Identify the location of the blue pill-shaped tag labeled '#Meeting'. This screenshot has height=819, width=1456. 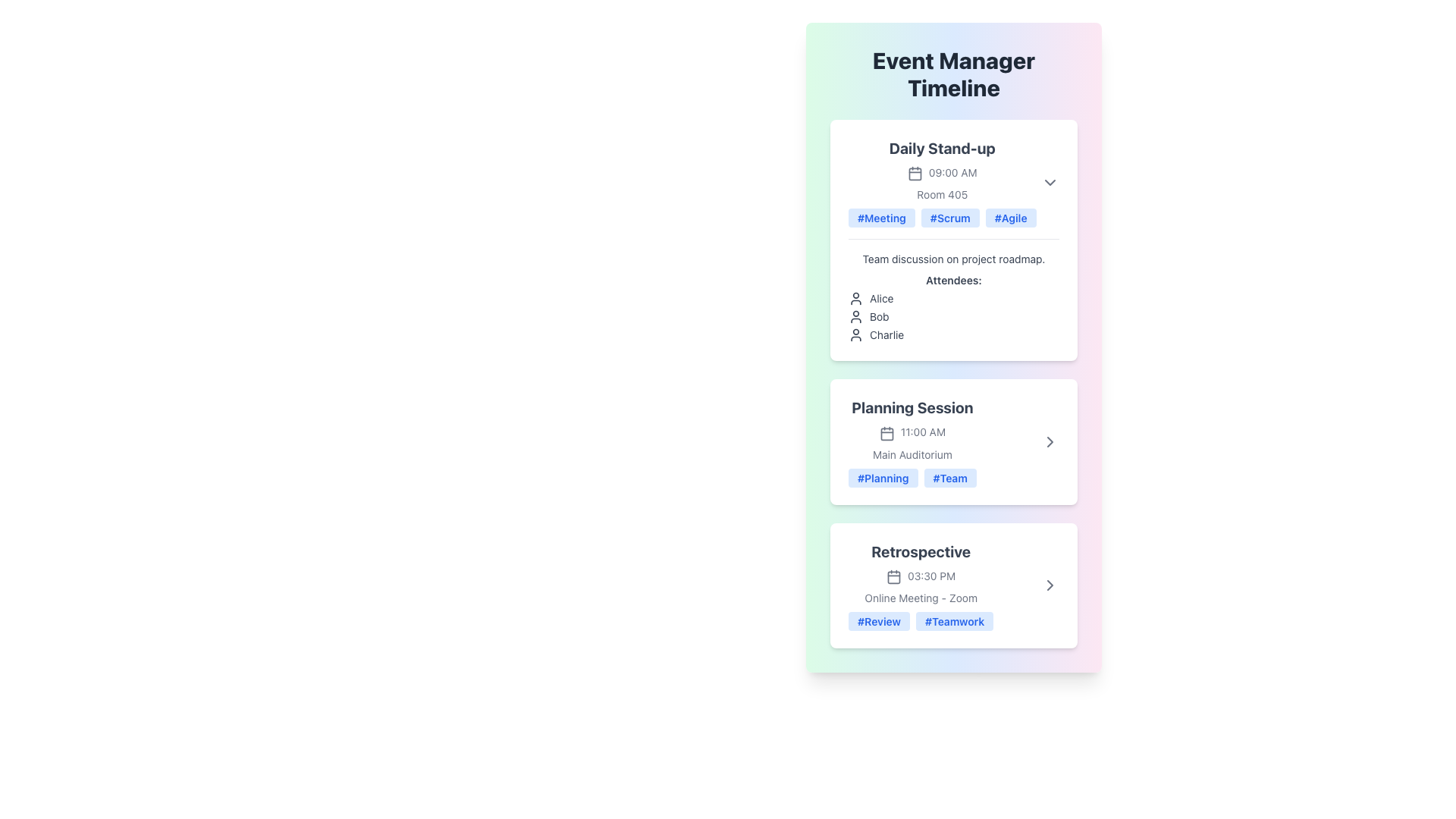
(881, 218).